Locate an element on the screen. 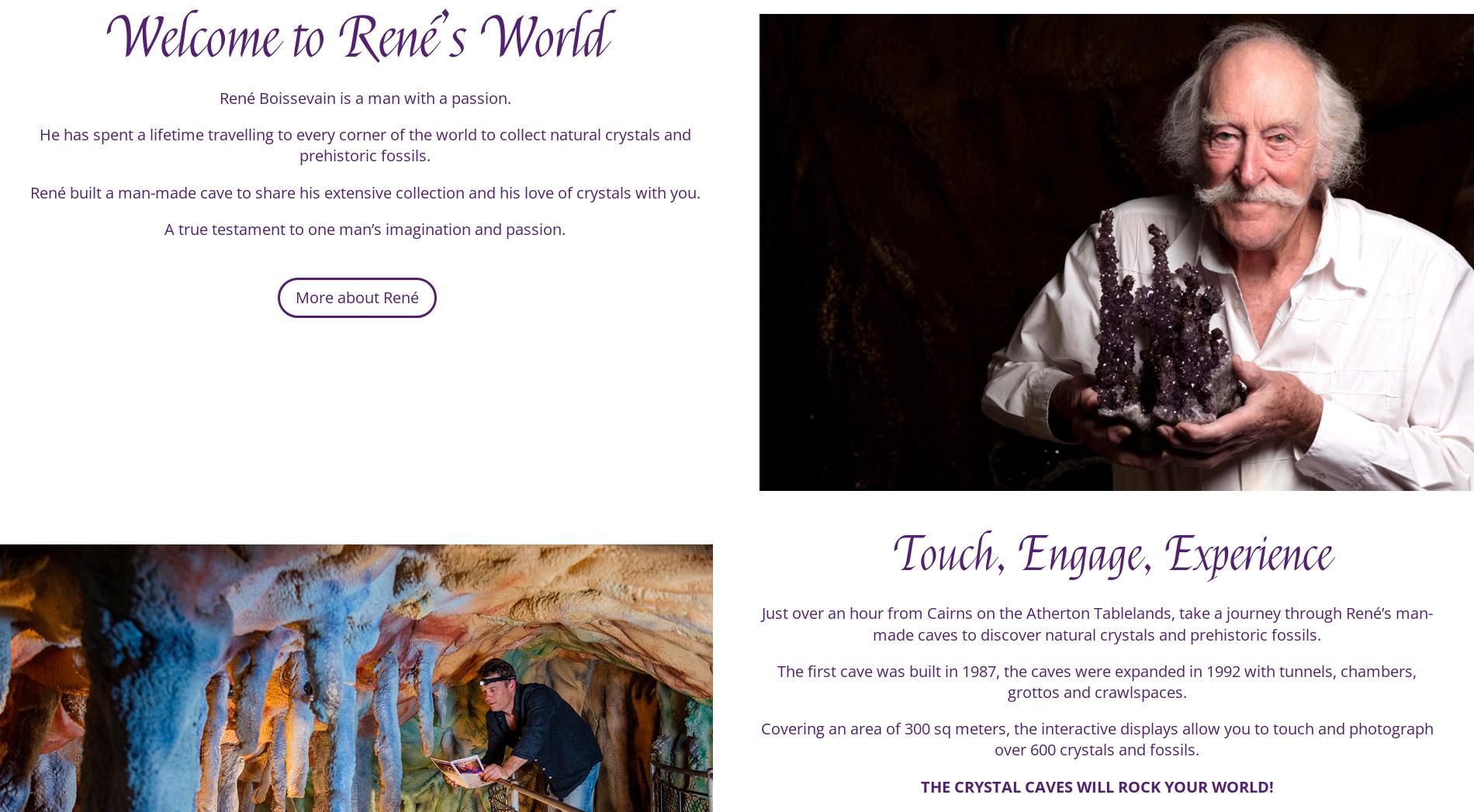 This screenshot has height=812, width=1474. 'René built a man-made cave to share his extensive collection and his love of crystals with you.' is located at coordinates (364, 204).